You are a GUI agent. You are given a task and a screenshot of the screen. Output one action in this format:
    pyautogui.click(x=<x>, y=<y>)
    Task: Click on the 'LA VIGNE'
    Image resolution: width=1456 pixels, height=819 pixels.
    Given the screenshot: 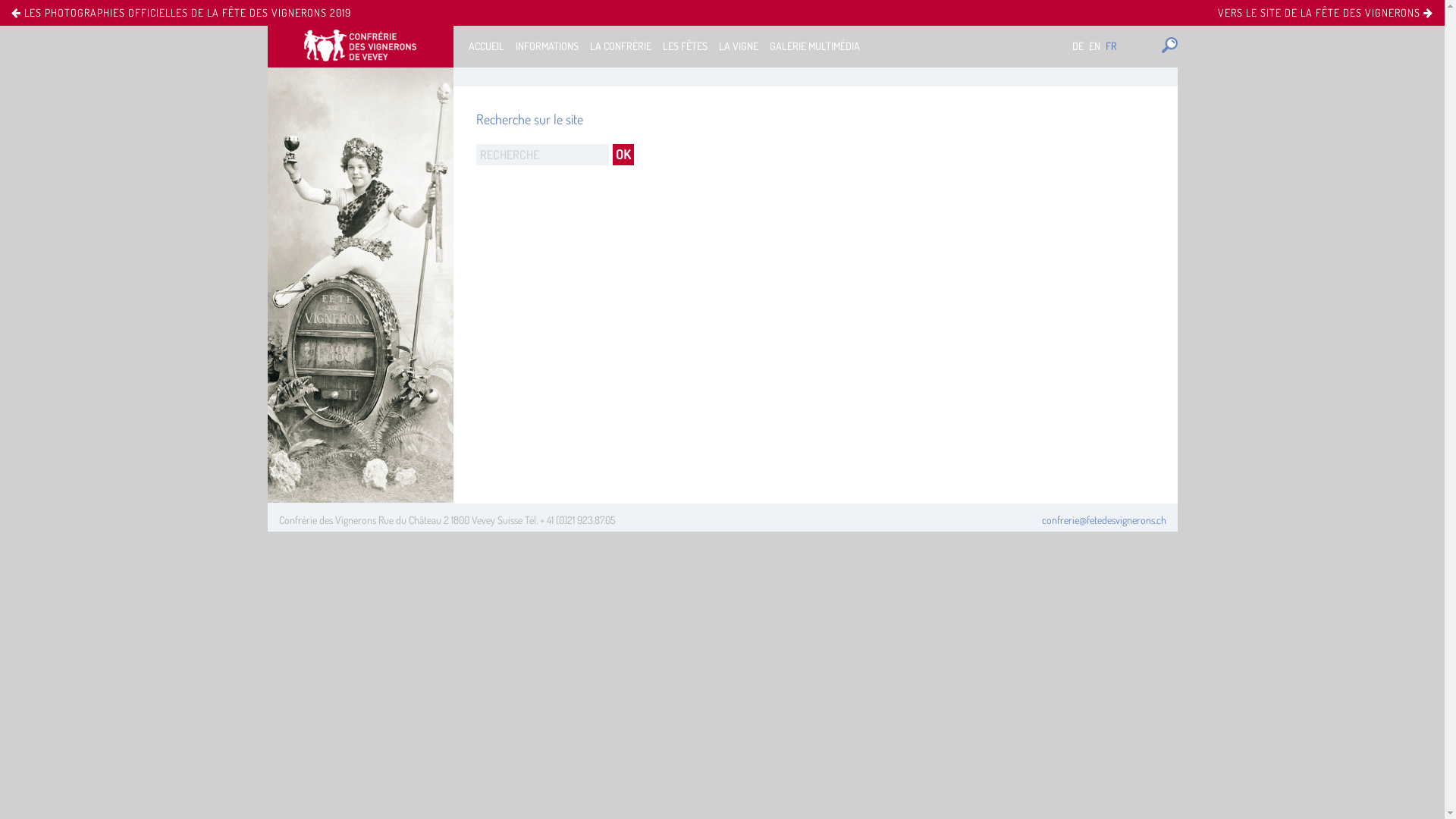 What is the action you would take?
    pyautogui.click(x=739, y=45)
    